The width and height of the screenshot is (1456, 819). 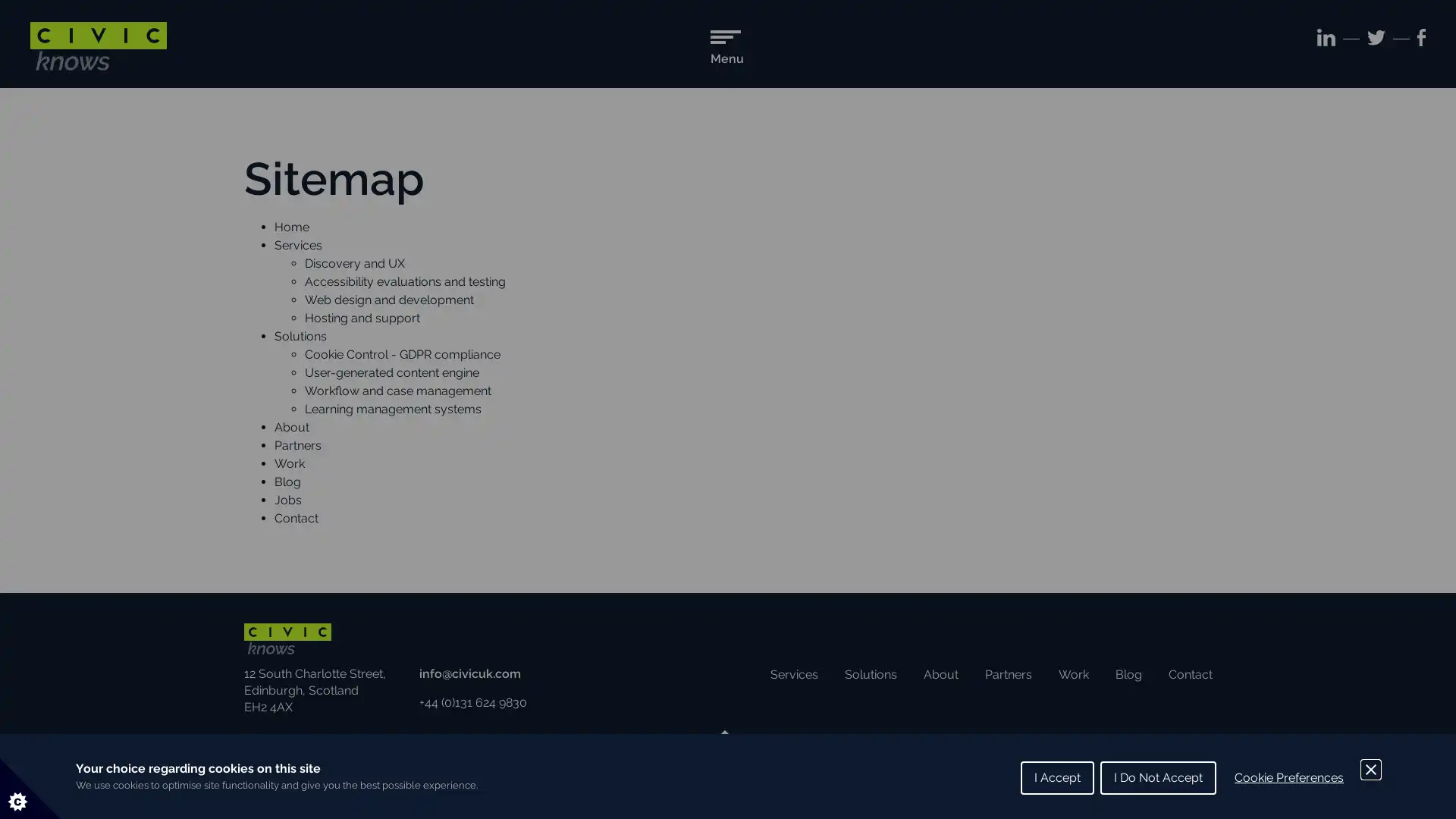 I want to click on Close, so click(x=1371, y=769).